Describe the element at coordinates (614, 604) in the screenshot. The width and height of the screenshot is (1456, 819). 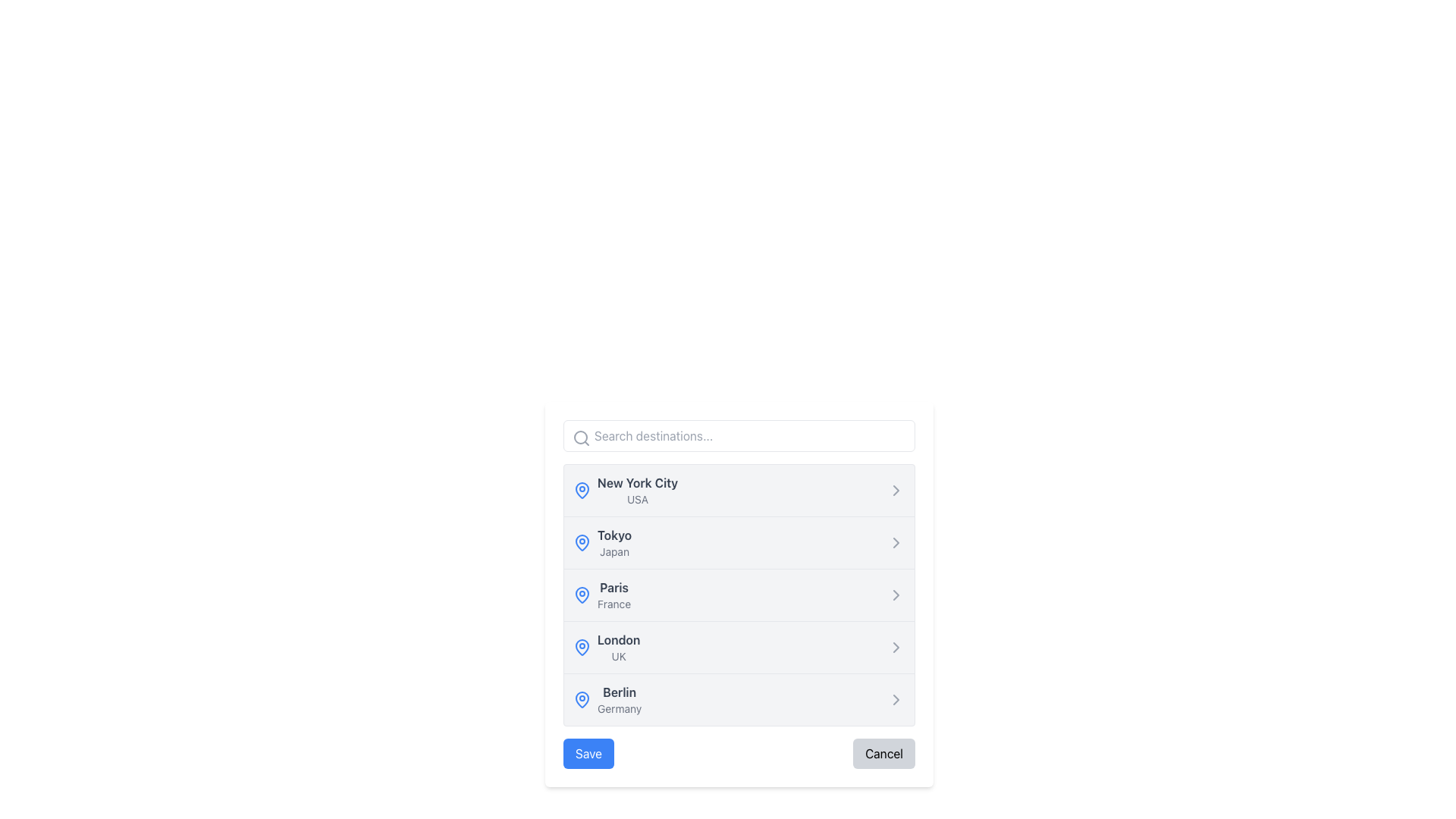
I see `text label that denotes the country associated with the city 'Paris', located directly under it in the list of locations` at that location.